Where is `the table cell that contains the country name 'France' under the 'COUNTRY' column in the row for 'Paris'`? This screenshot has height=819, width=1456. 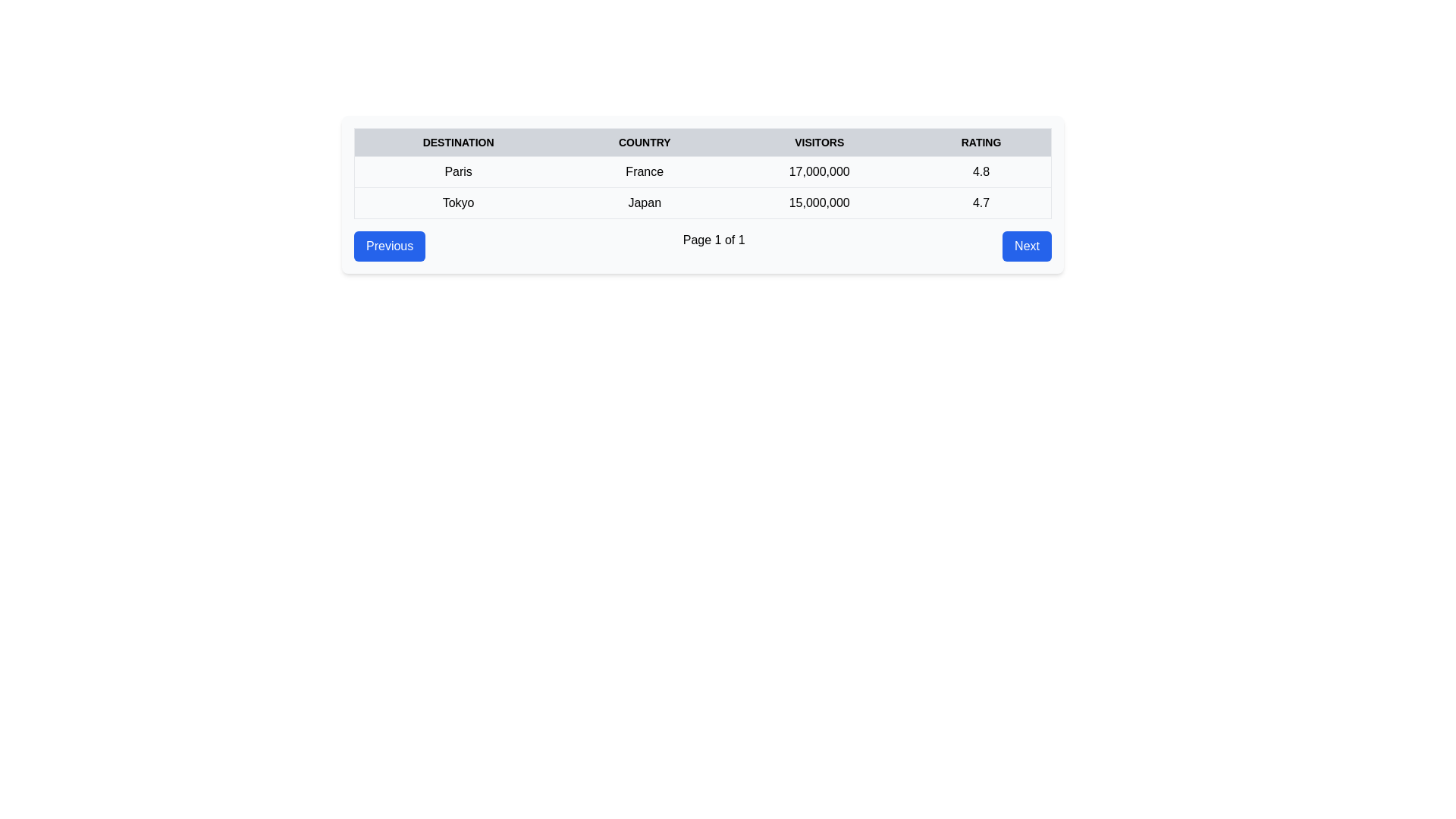
the table cell that contains the country name 'France' under the 'COUNTRY' column in the row for 'Paris' is located at coordinates (644, 171).